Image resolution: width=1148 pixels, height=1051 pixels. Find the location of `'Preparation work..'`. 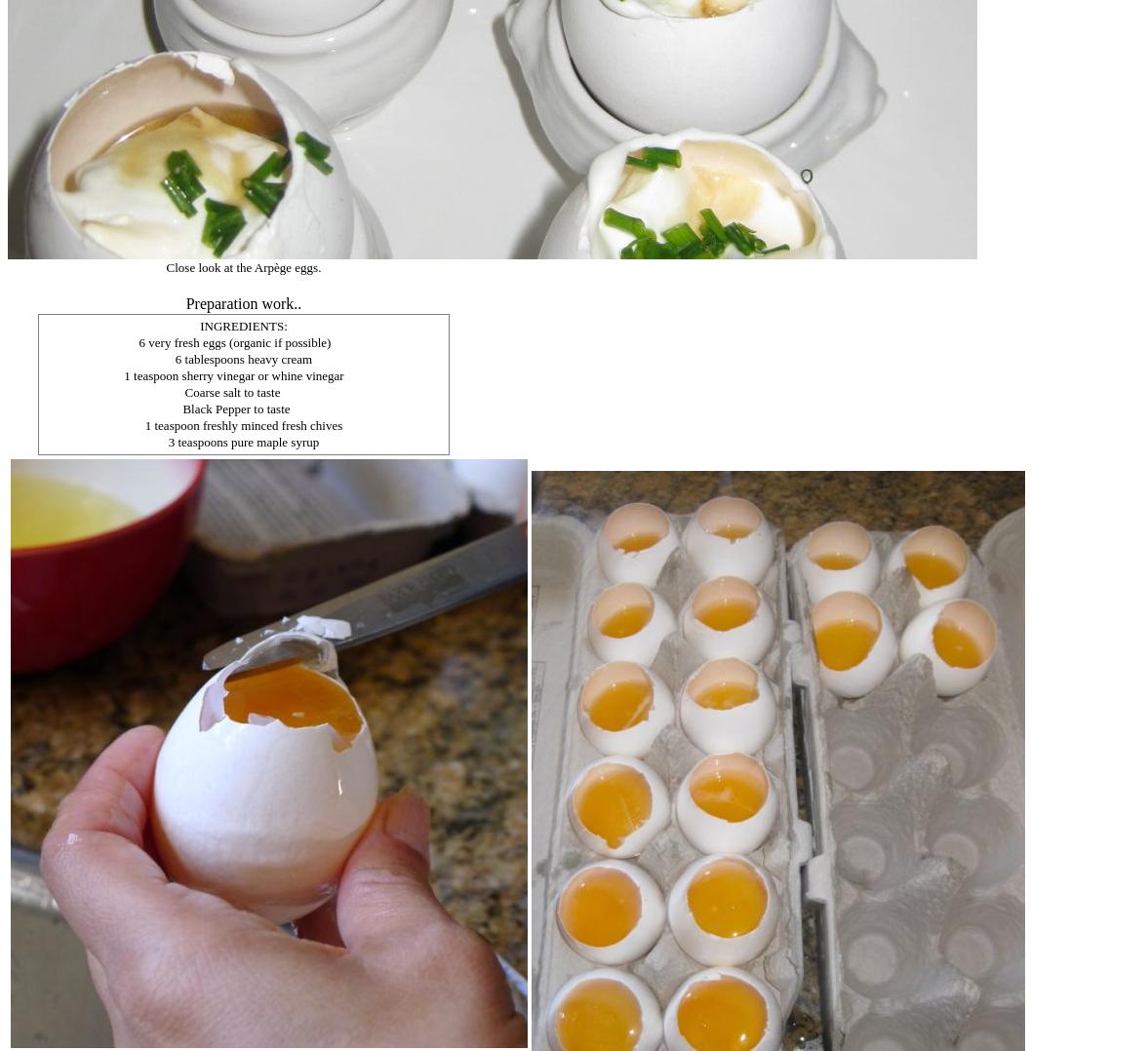

'Preparation work..' is located at coordinates (242, 302).